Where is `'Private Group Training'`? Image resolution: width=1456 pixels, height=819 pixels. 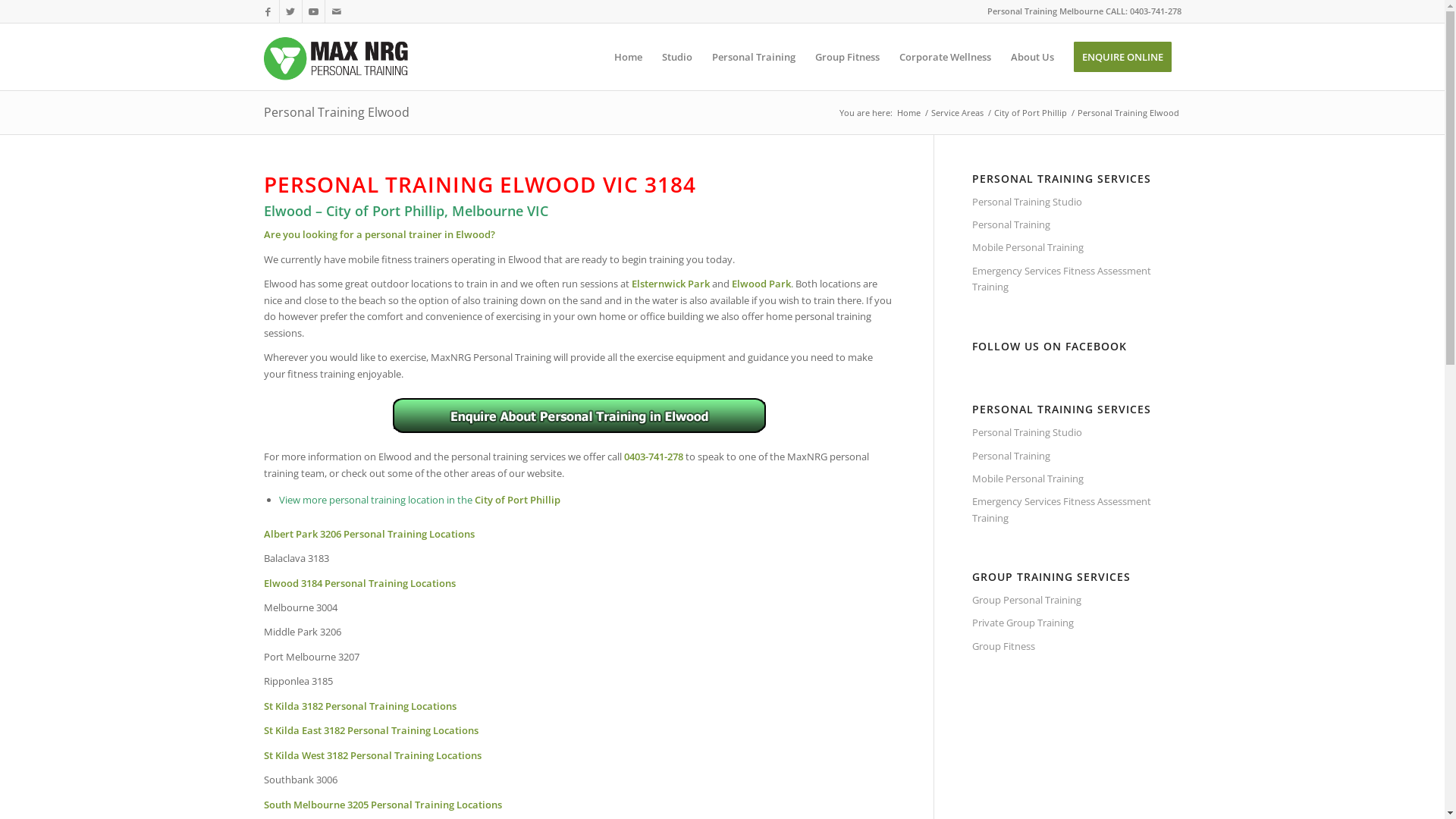 'Private Group Training' is located at coordinates (1076, 623).